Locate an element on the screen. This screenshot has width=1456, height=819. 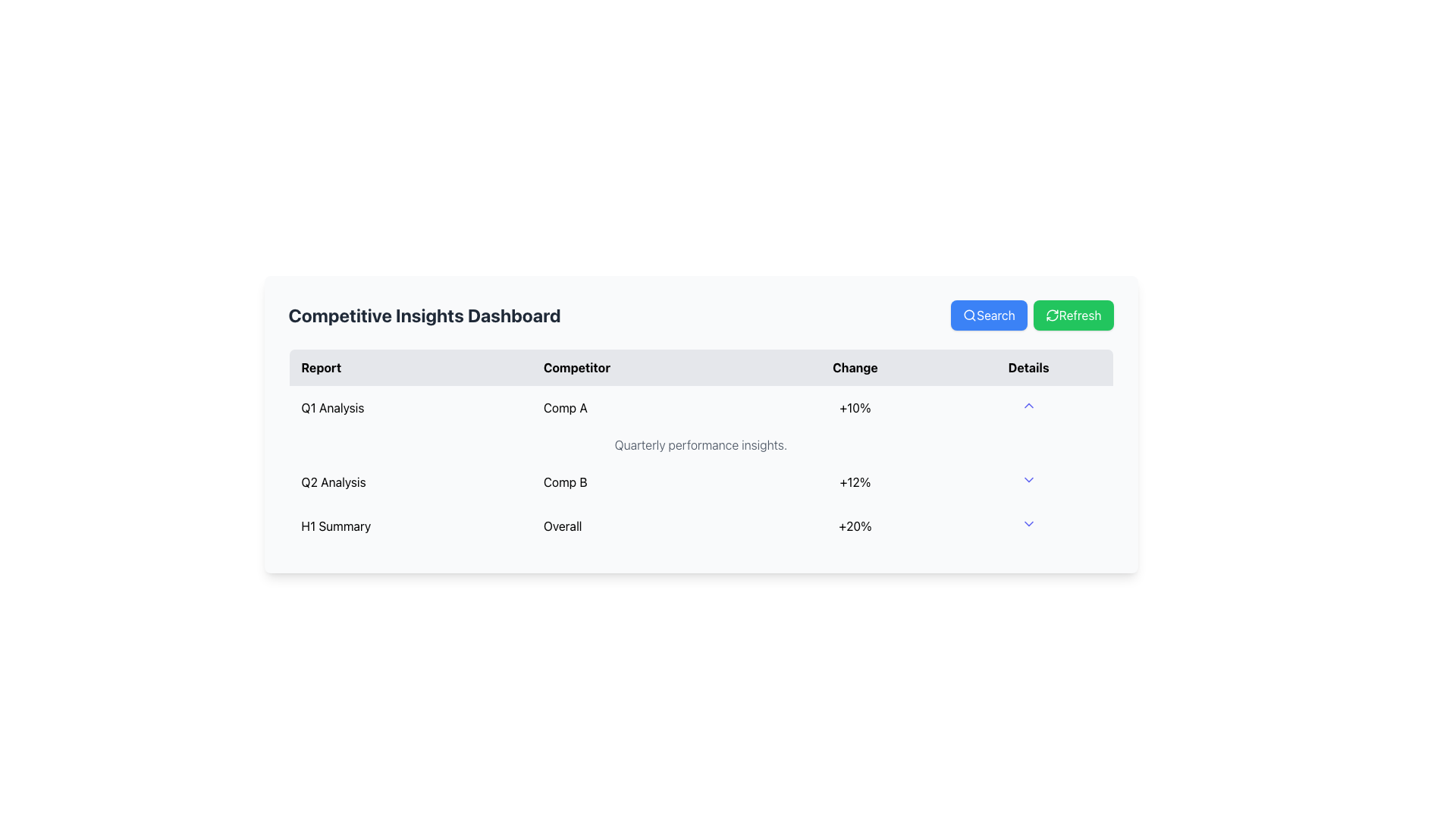
the search button icon located in the header section, which is a blue button labeled 'Search' is located at coordinates (968, 315).